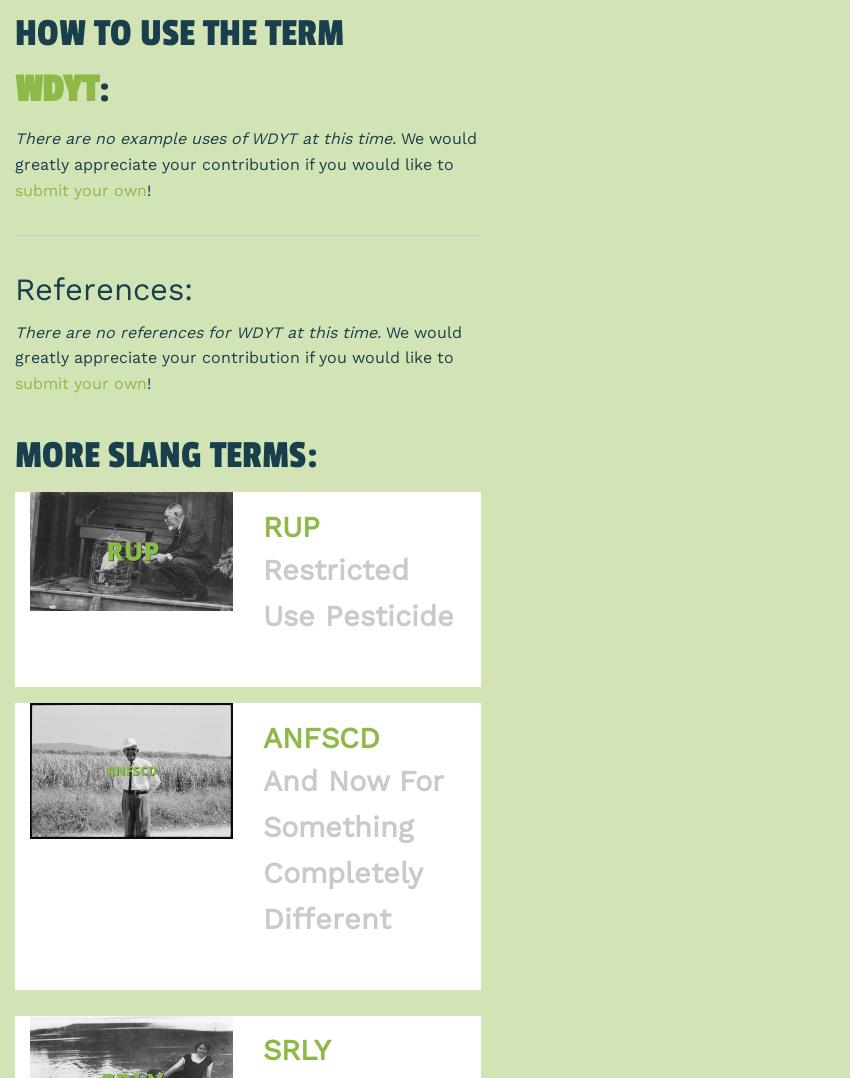 This screenshot has height=1078, width=850. What do you see at coordinates (356, 592) in the screenshot?
I see `'Restricted Use Pesticide'` at bounding box center [356, 592].